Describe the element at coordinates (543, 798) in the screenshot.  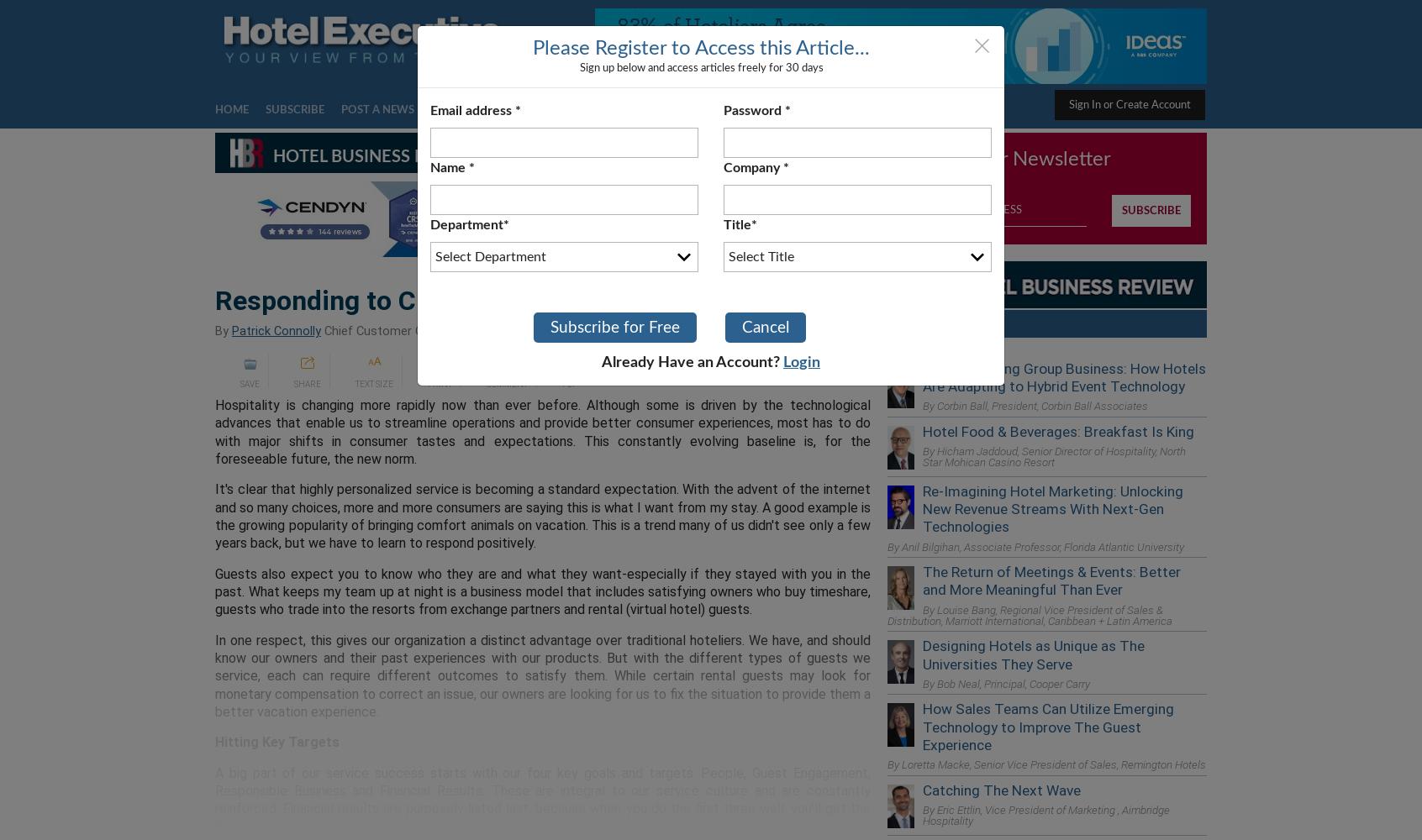
I see `'A big part of our service success starts with our four key goals and targets: People, Guest Engagement, Responsible Business and Financial Results. These are integral to our service culture and are constantly reinforced. Financial results are purposely listed last, because when you do the first three well, you'll get the financial results you expect.'` at that location.